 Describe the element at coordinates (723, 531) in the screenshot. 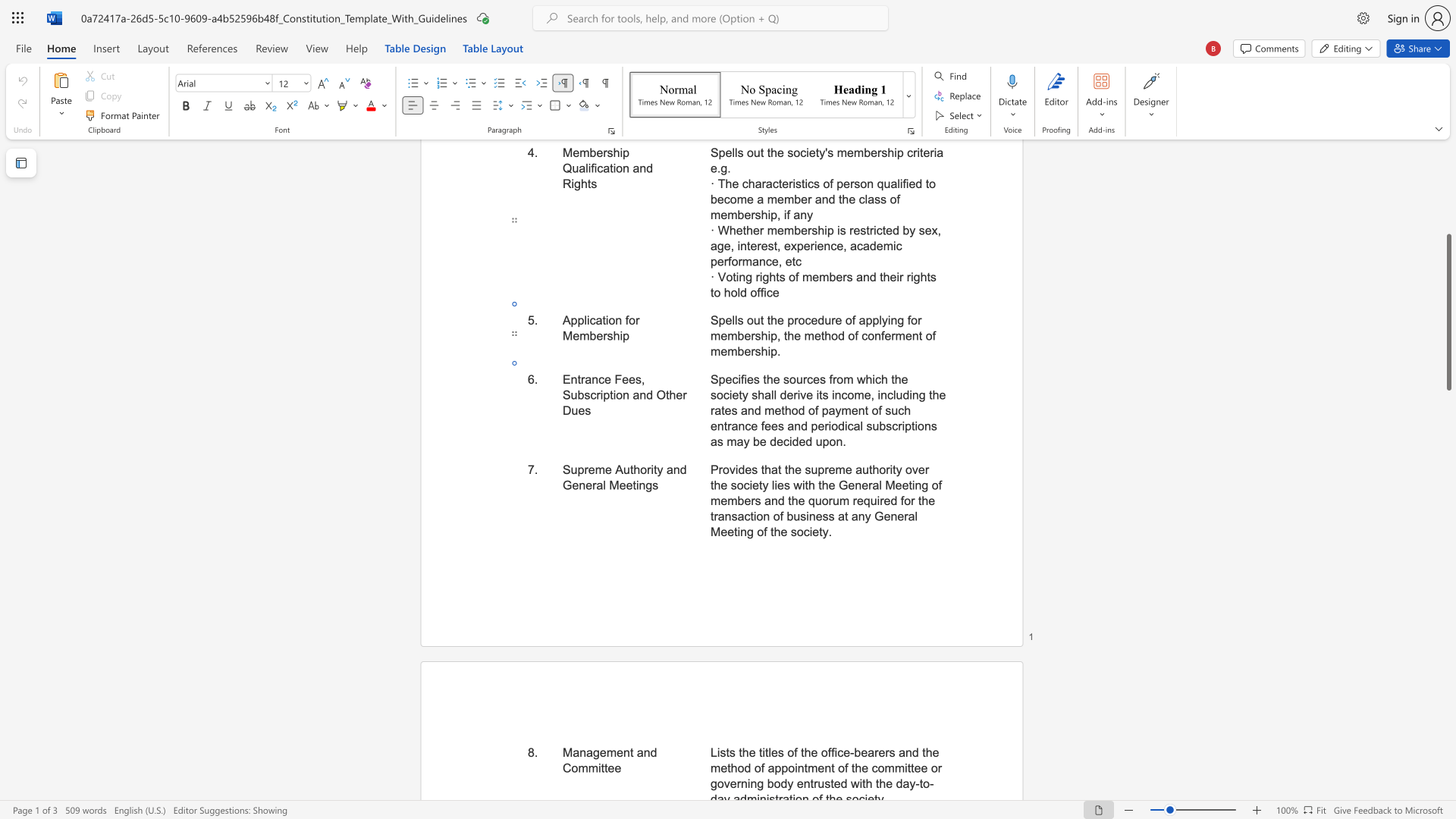

I see `the 5th character "e" in the text` at that location.